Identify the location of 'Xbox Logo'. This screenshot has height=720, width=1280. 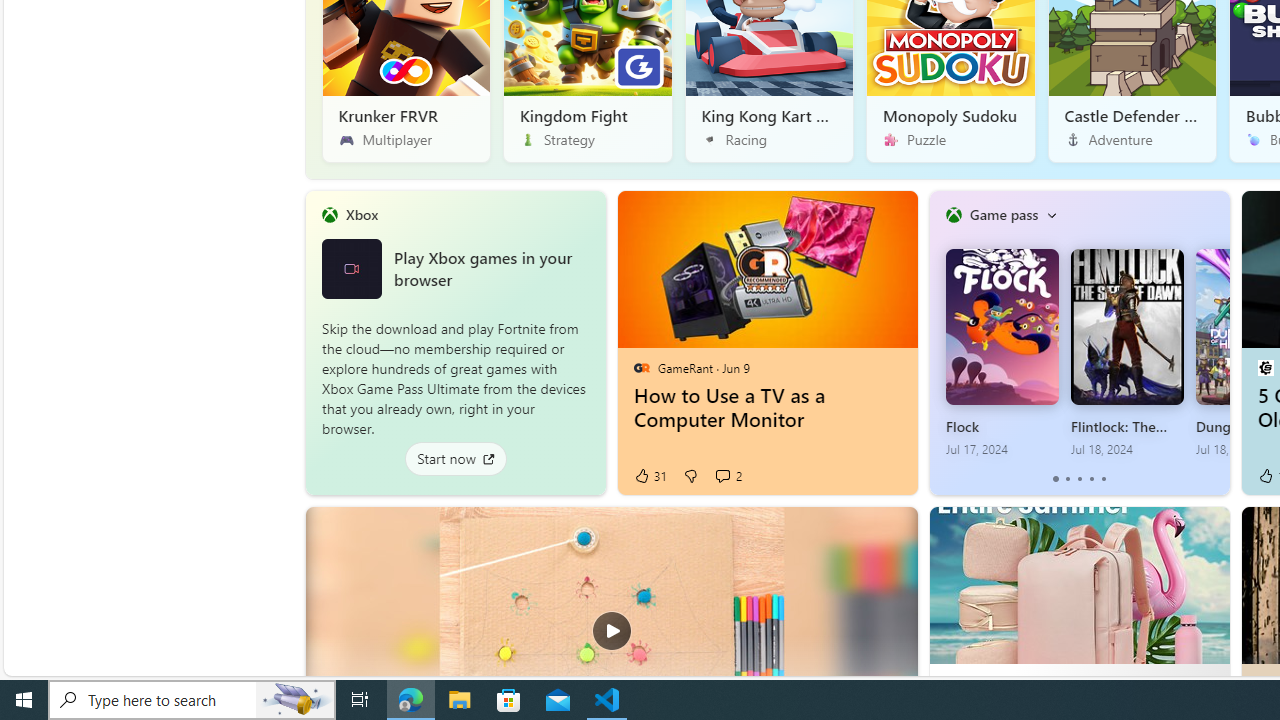
(351, 267).